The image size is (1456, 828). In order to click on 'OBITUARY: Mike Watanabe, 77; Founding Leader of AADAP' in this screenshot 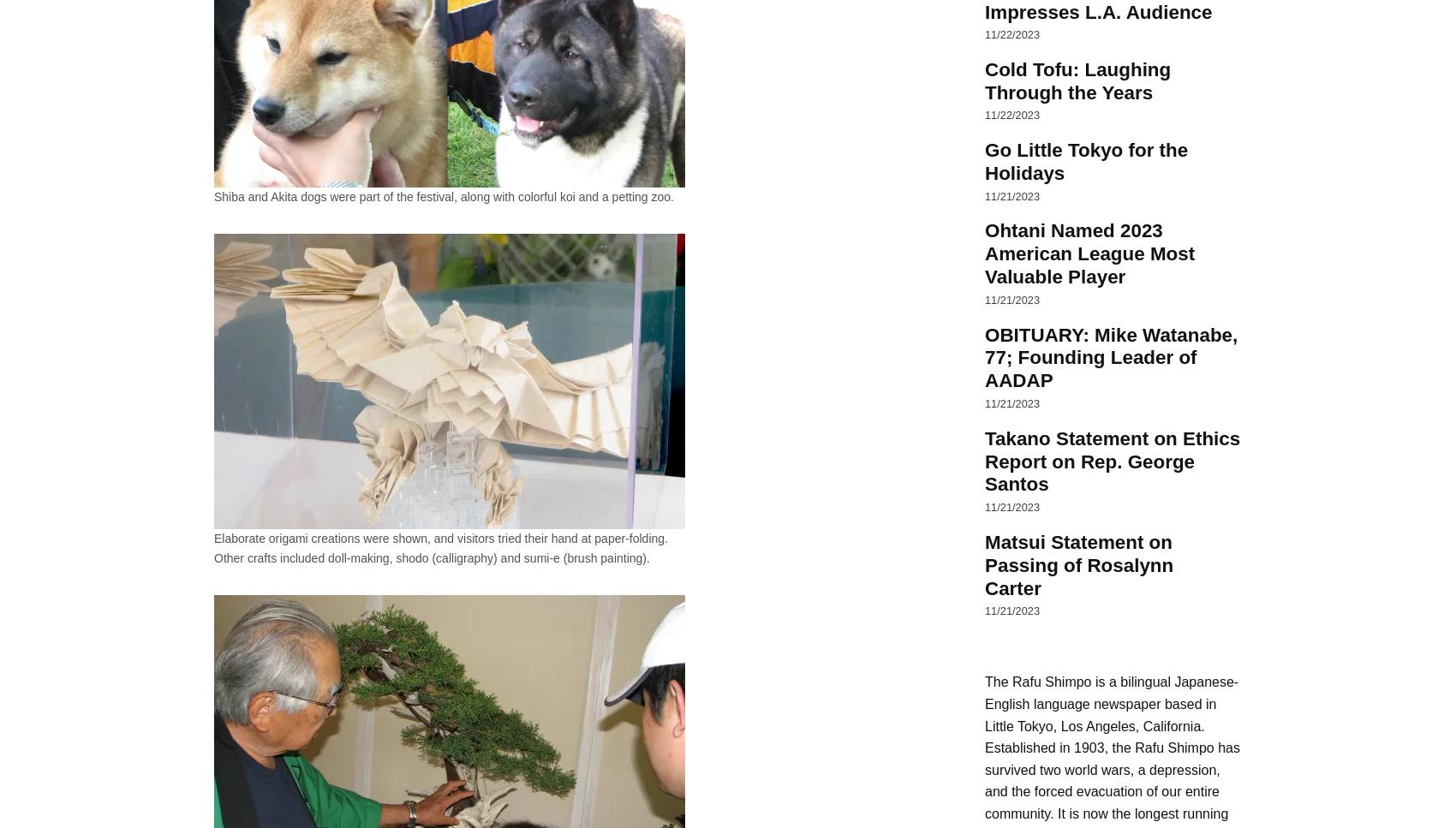, I will do `click(1111, 356)`.